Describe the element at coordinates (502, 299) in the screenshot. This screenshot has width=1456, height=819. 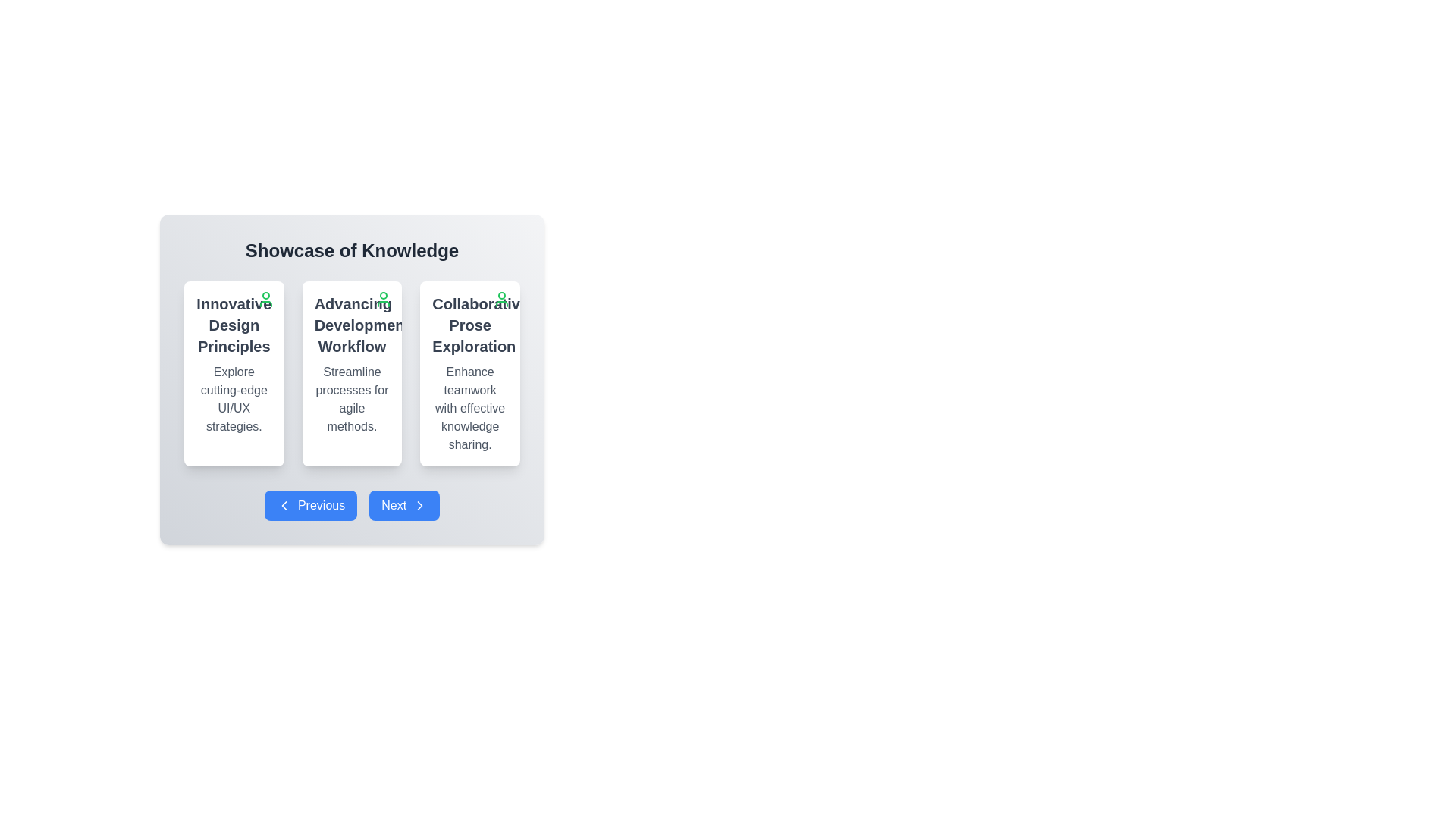
I see `the green user icon located at the top-right corner of the 'Collaborative Prose Exploration' card to interact with user-related options` at that location.